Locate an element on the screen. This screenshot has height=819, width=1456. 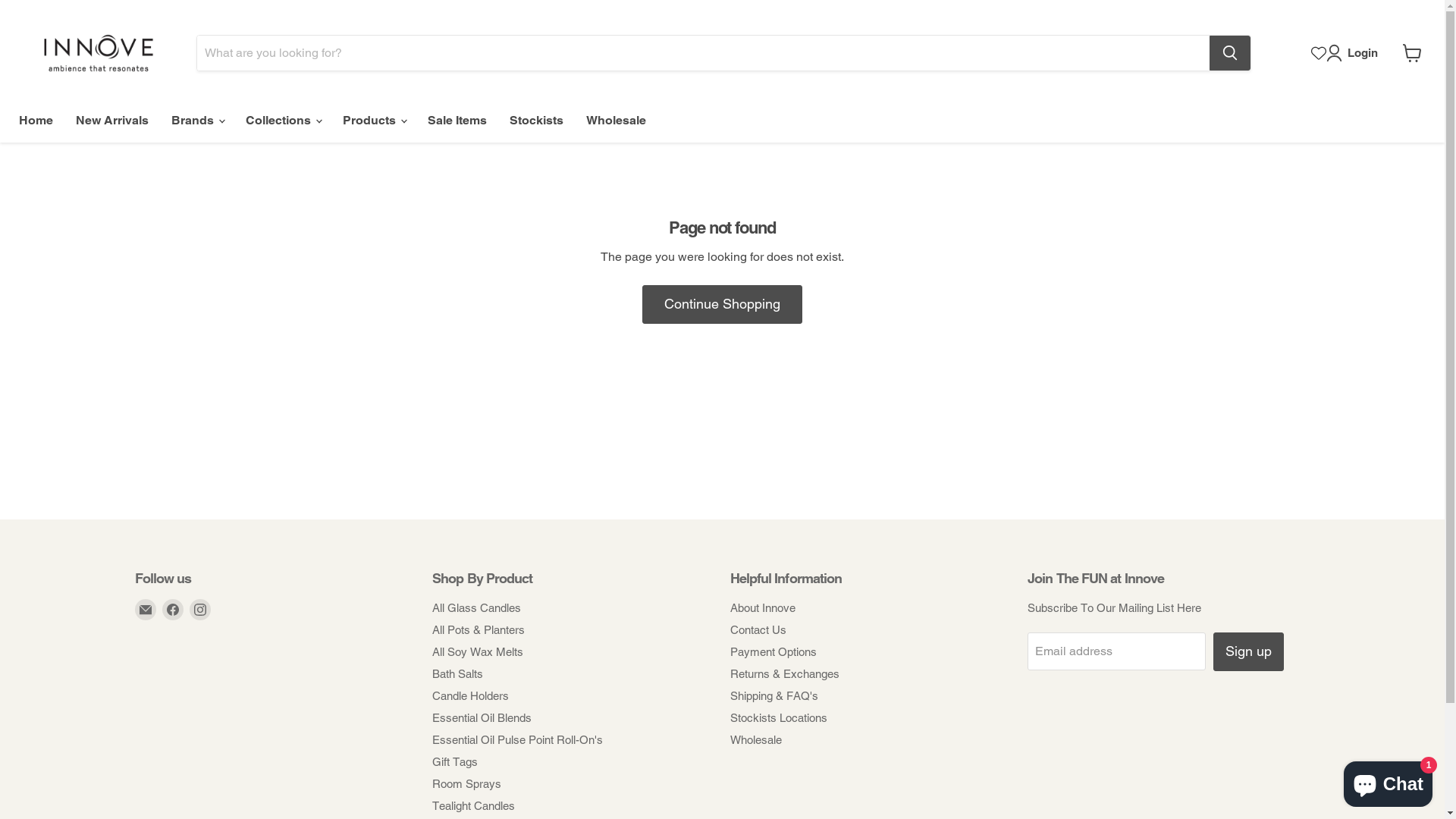
'Gift Tags' is located at coordinates (454, 761).